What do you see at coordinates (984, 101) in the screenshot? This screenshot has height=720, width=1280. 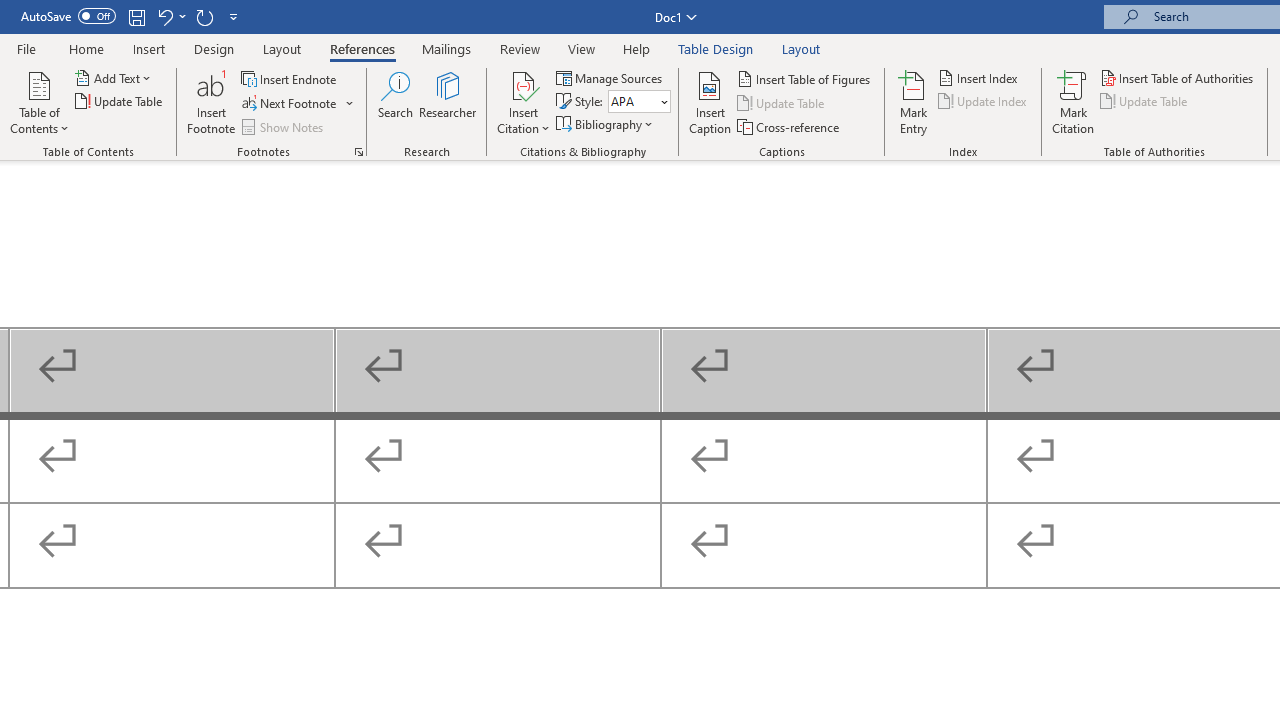 I see `'Update Index'` at bounding box center [984, 101].